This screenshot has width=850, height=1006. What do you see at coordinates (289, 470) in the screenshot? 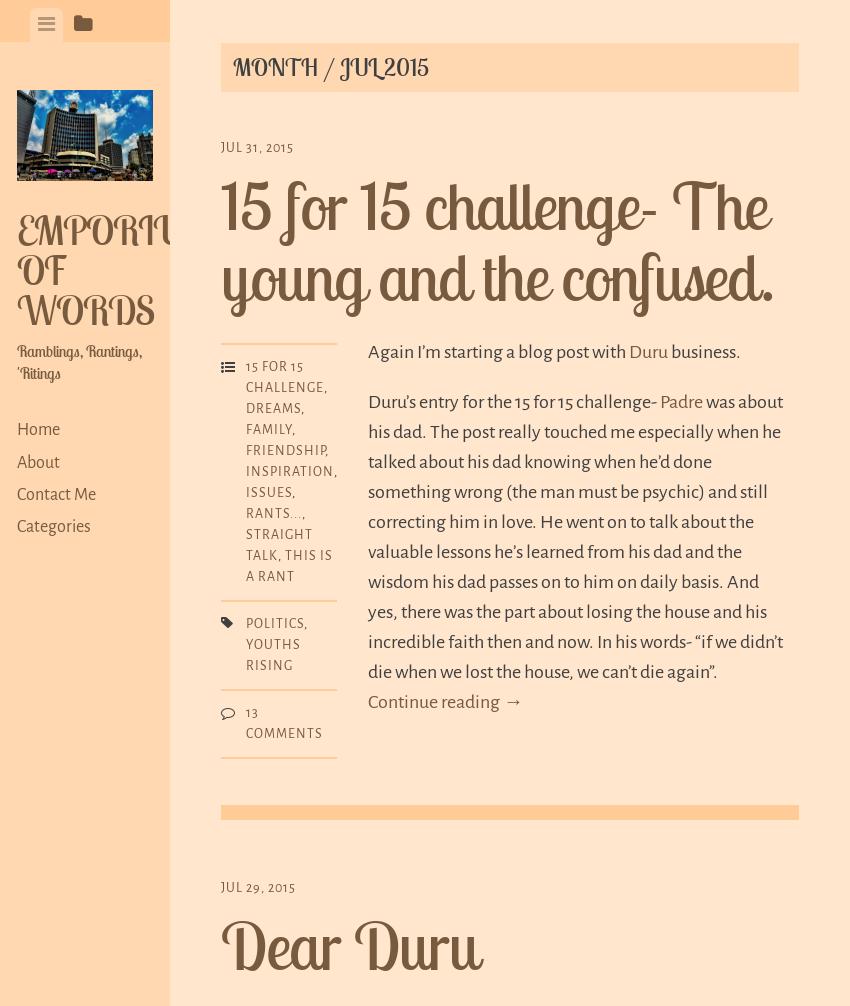
I see `'Inspiration'` at bounding box center [289, 470].